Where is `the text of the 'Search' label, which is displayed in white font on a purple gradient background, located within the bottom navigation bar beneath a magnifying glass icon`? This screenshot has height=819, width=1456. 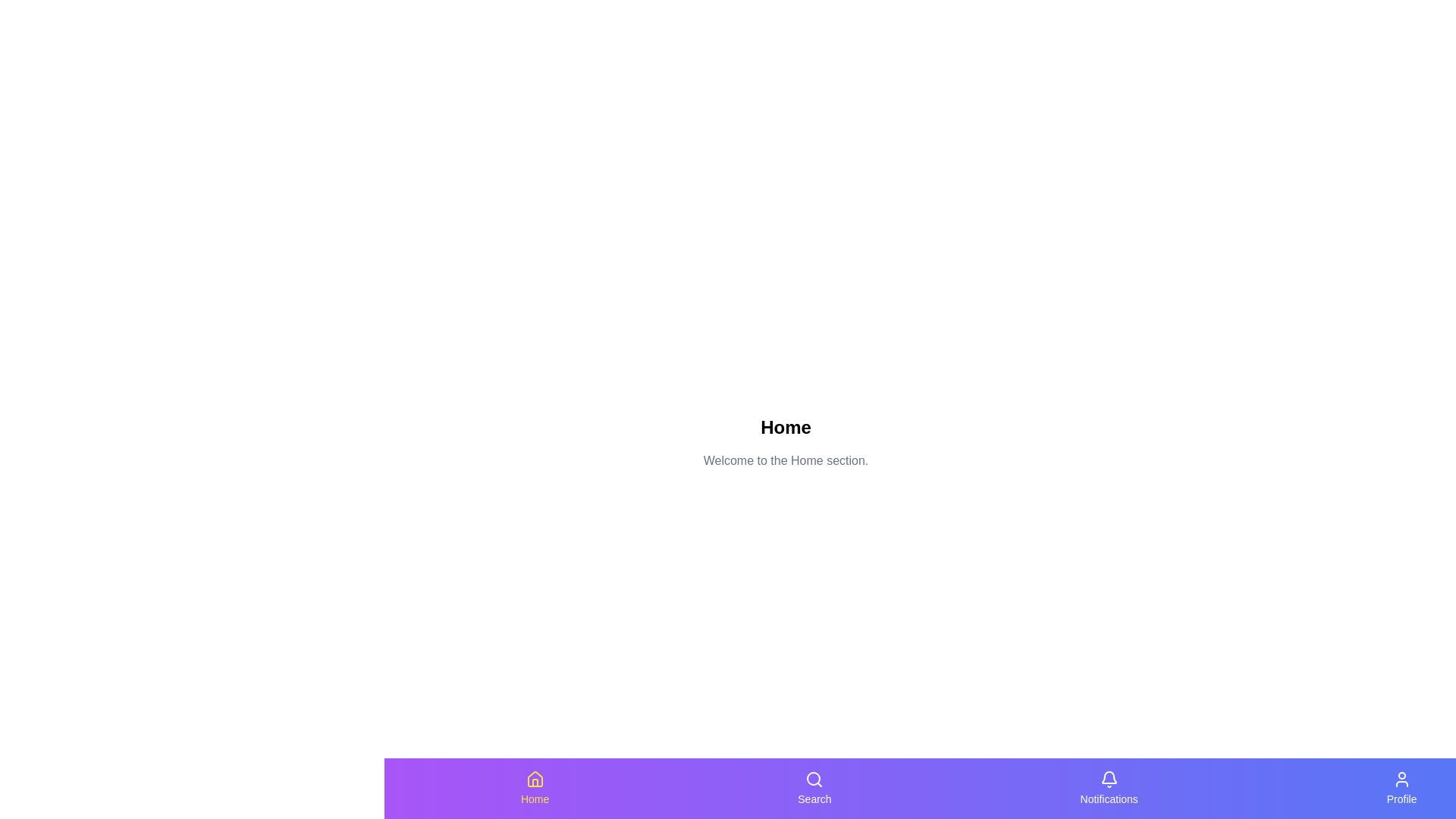 the text of the 'Search' label, which is displayed in white font on a purple gradient background, located within the bottom navigation bar beneath a magnifying glass icon is located at coordinates (814, 798).